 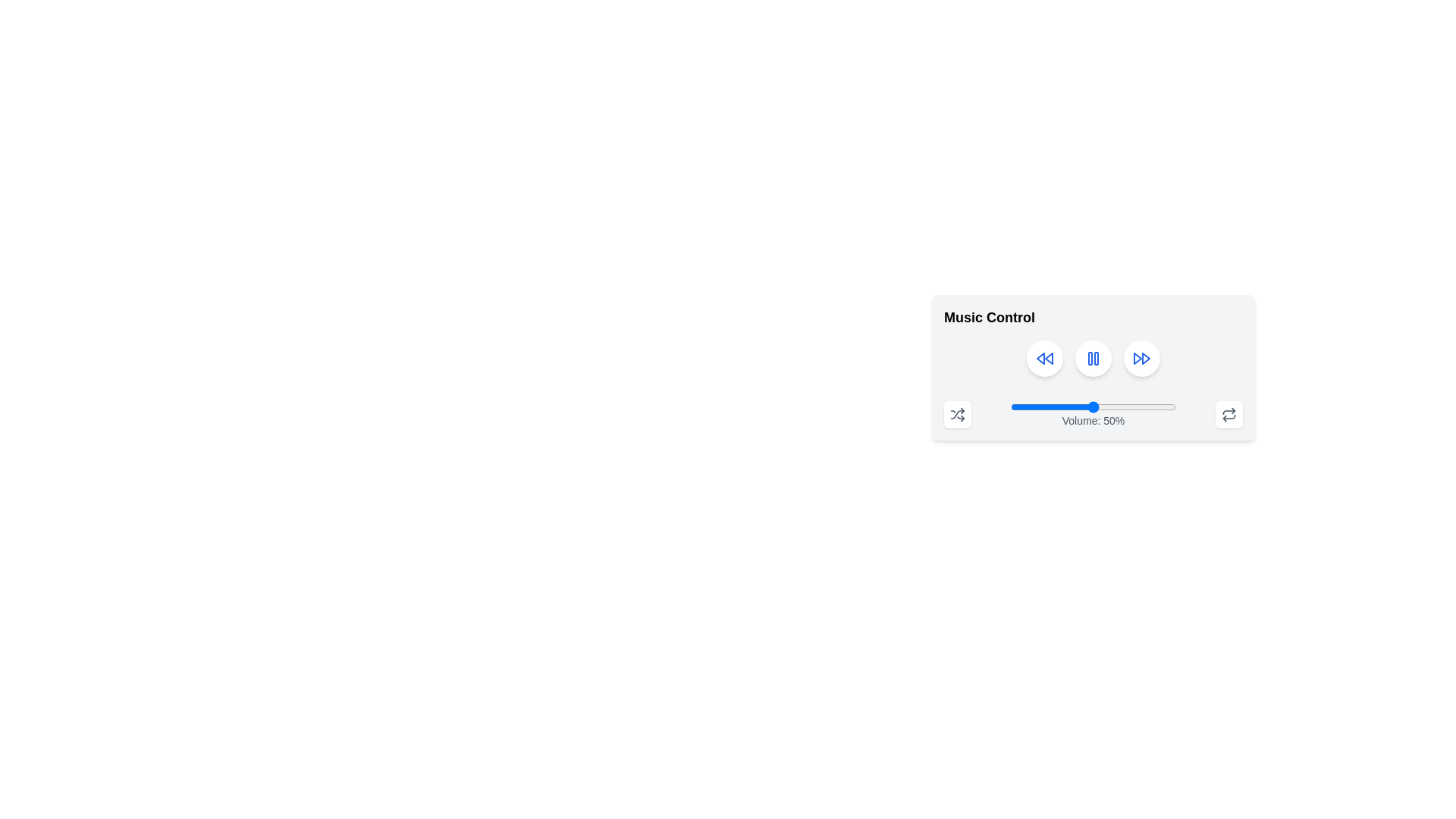 I want to click on the rewind icon button, so click(x=1043, y=359).